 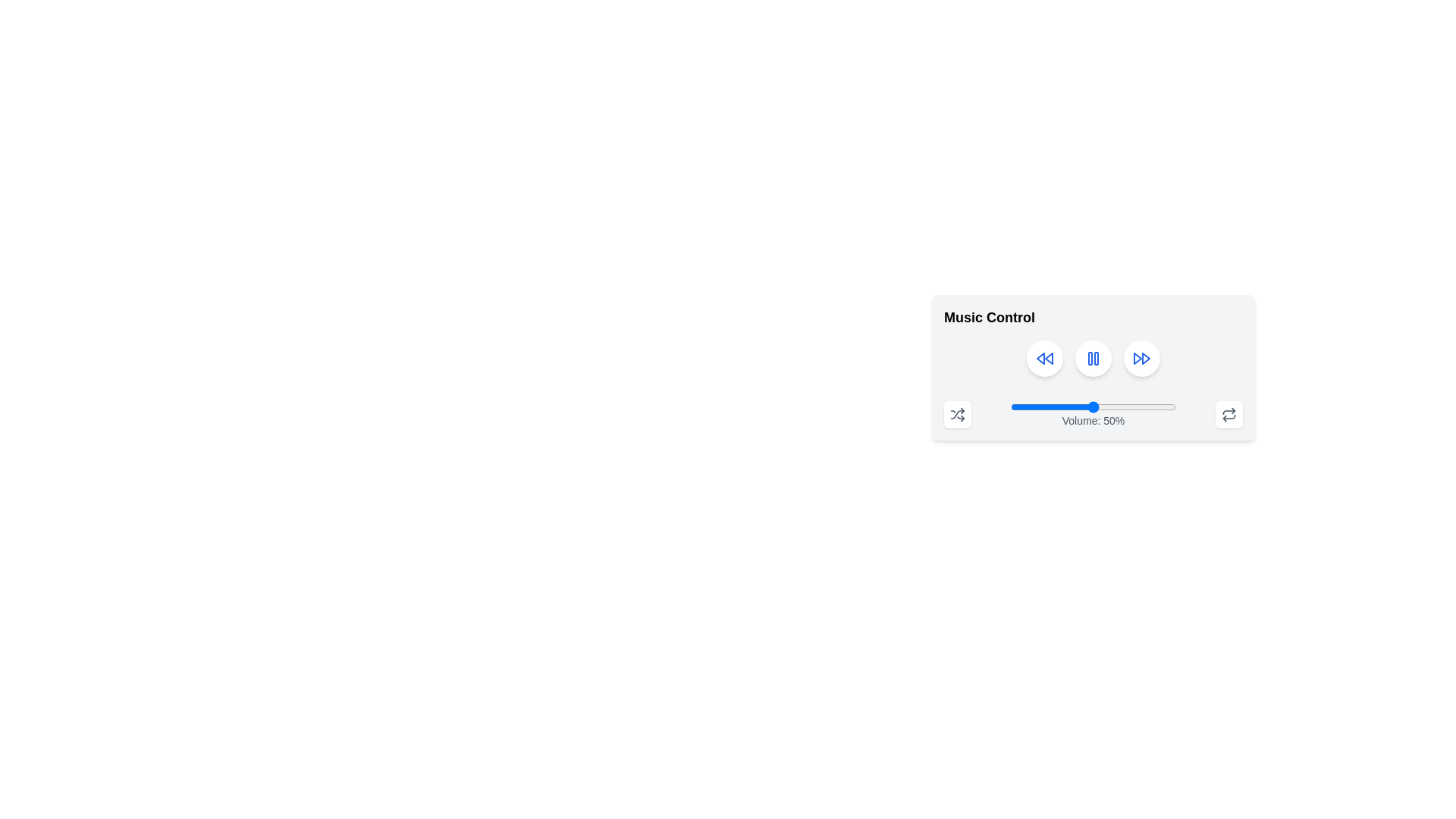 I want to click on the rewind icon button, so click(x=1043, y=359).